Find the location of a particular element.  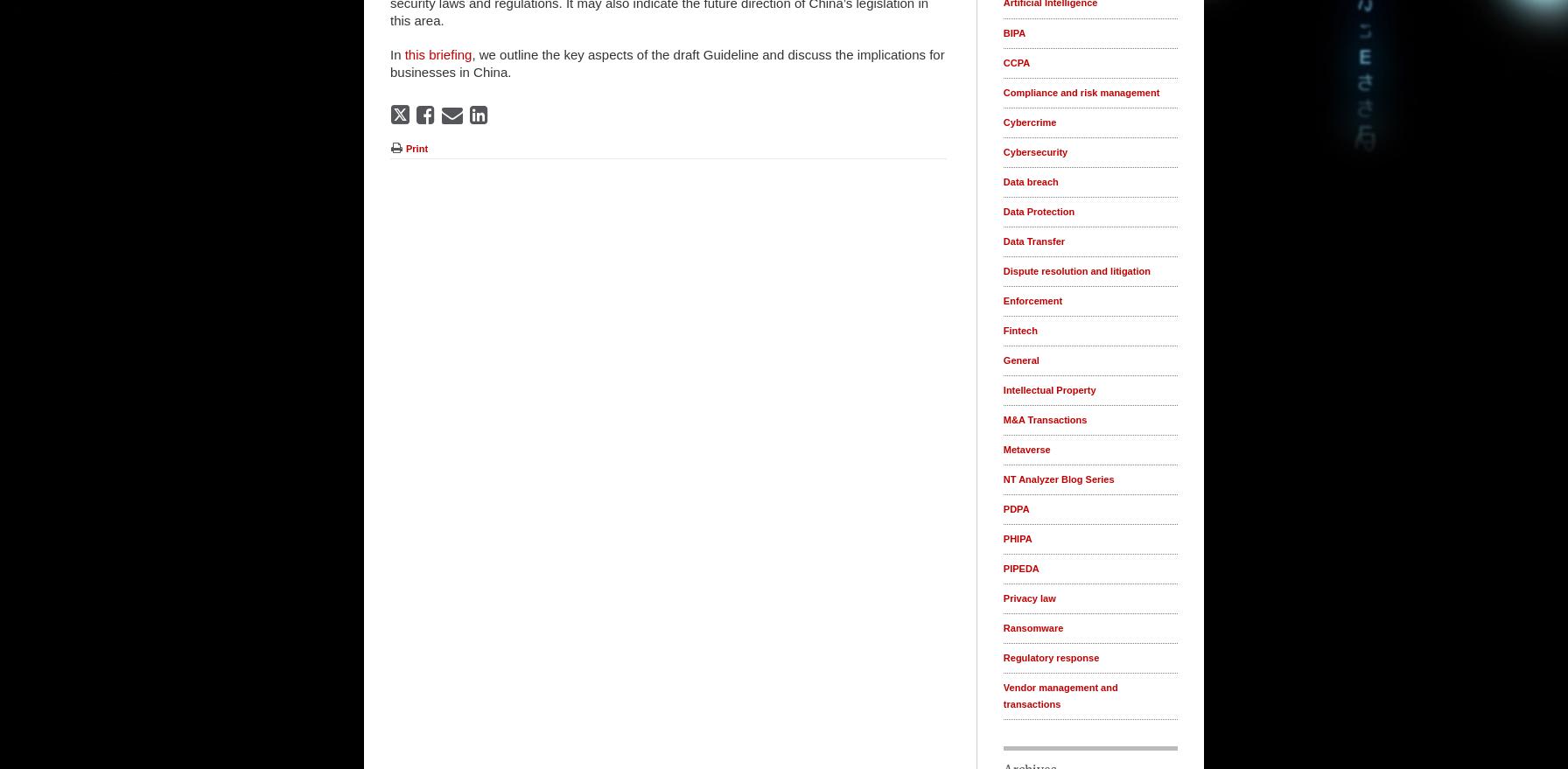

'Data Protection' is located at coordinates (1039, 210).